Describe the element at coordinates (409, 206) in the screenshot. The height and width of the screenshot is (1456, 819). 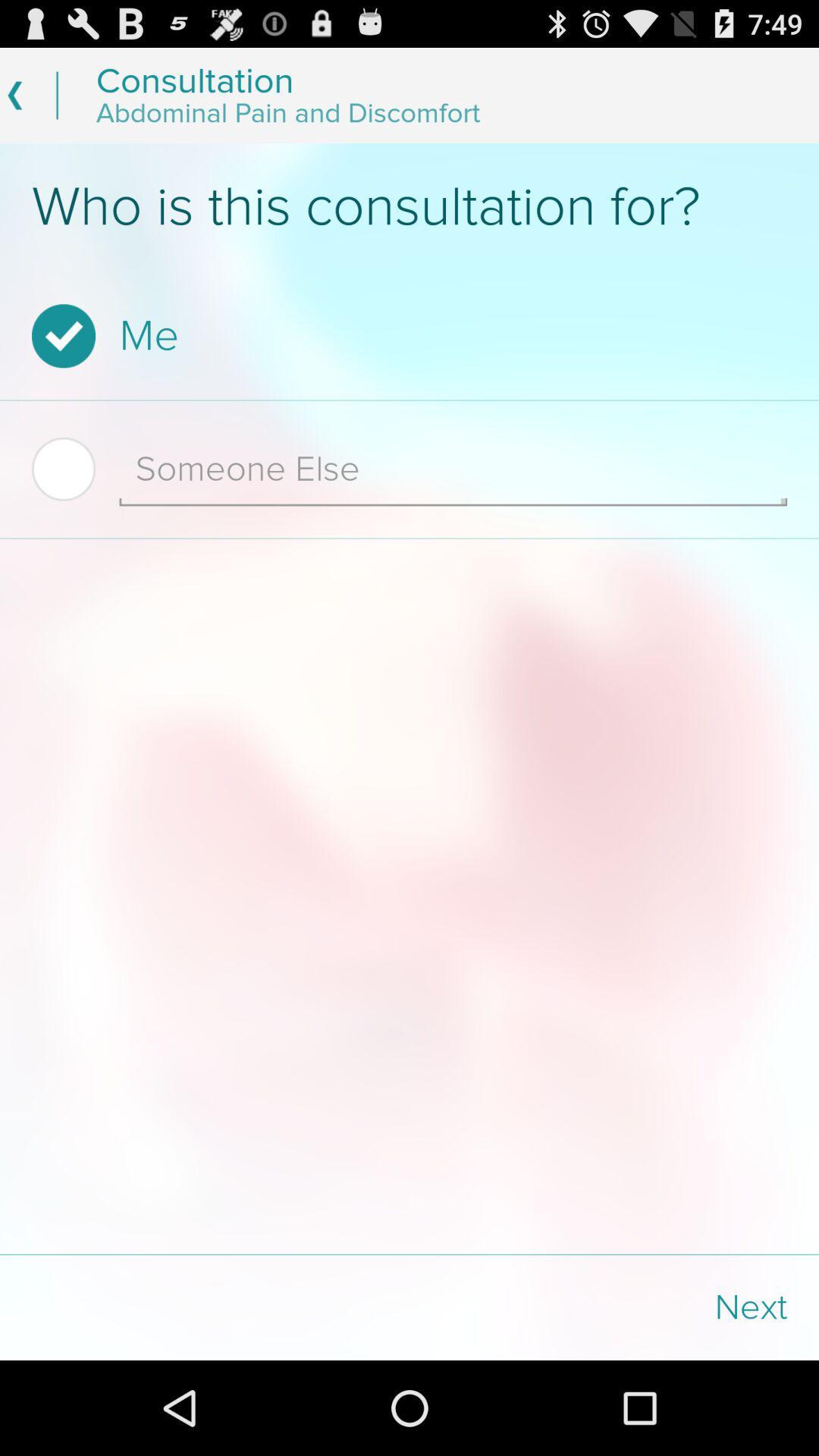
I see `the icon below abdominal pain and icon` at that location.